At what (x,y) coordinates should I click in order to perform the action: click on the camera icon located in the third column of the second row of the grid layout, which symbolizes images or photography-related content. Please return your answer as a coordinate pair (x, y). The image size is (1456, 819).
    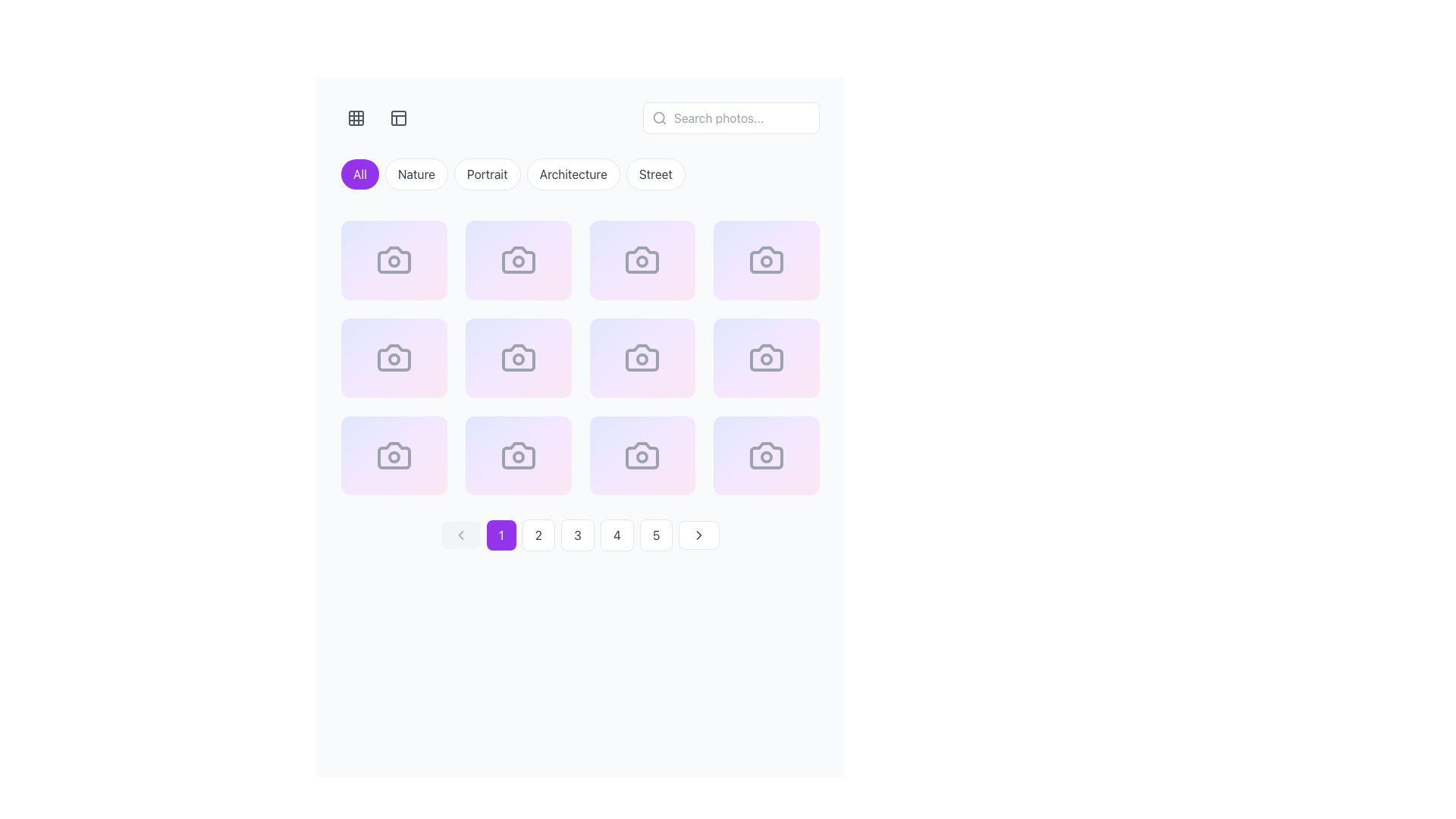
    Looking at the image, I should click on (767, 259).